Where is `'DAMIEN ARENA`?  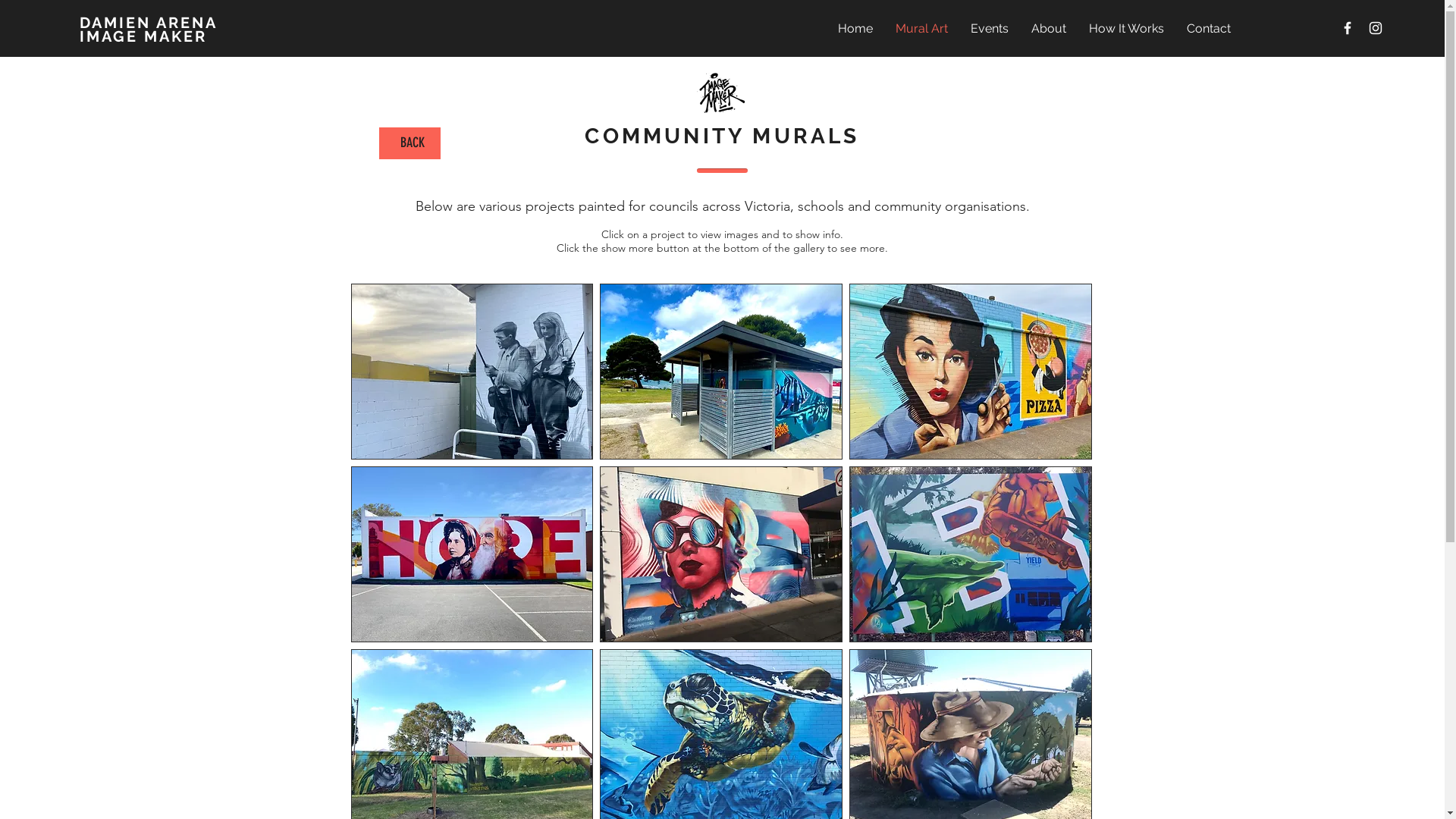
'DAMIEN ARENA is located at coordinates (149, 29).